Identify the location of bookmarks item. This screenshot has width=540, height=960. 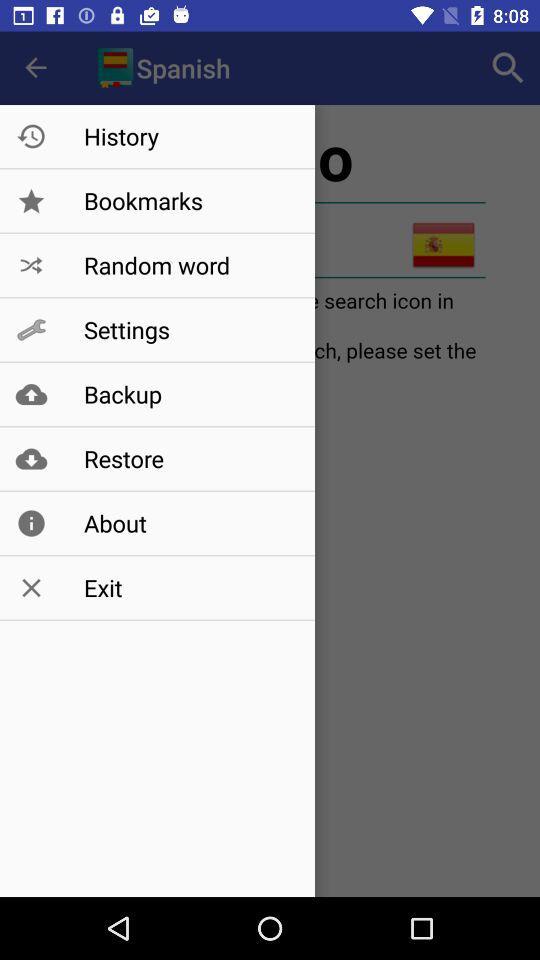
(189, 201).